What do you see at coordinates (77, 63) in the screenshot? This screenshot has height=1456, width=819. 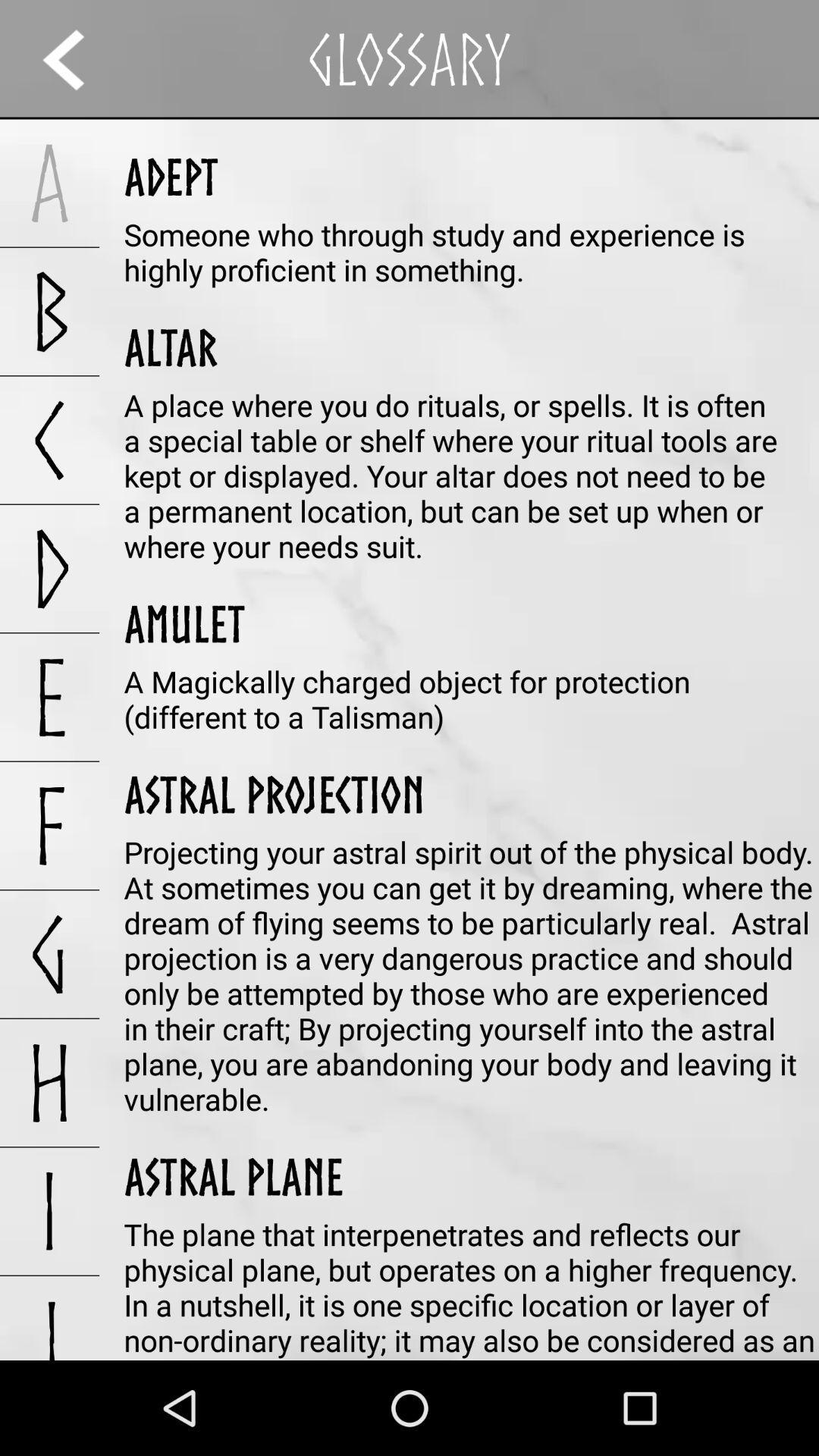 I see `the arrow_backward icon` at bounding box center [77, 63].